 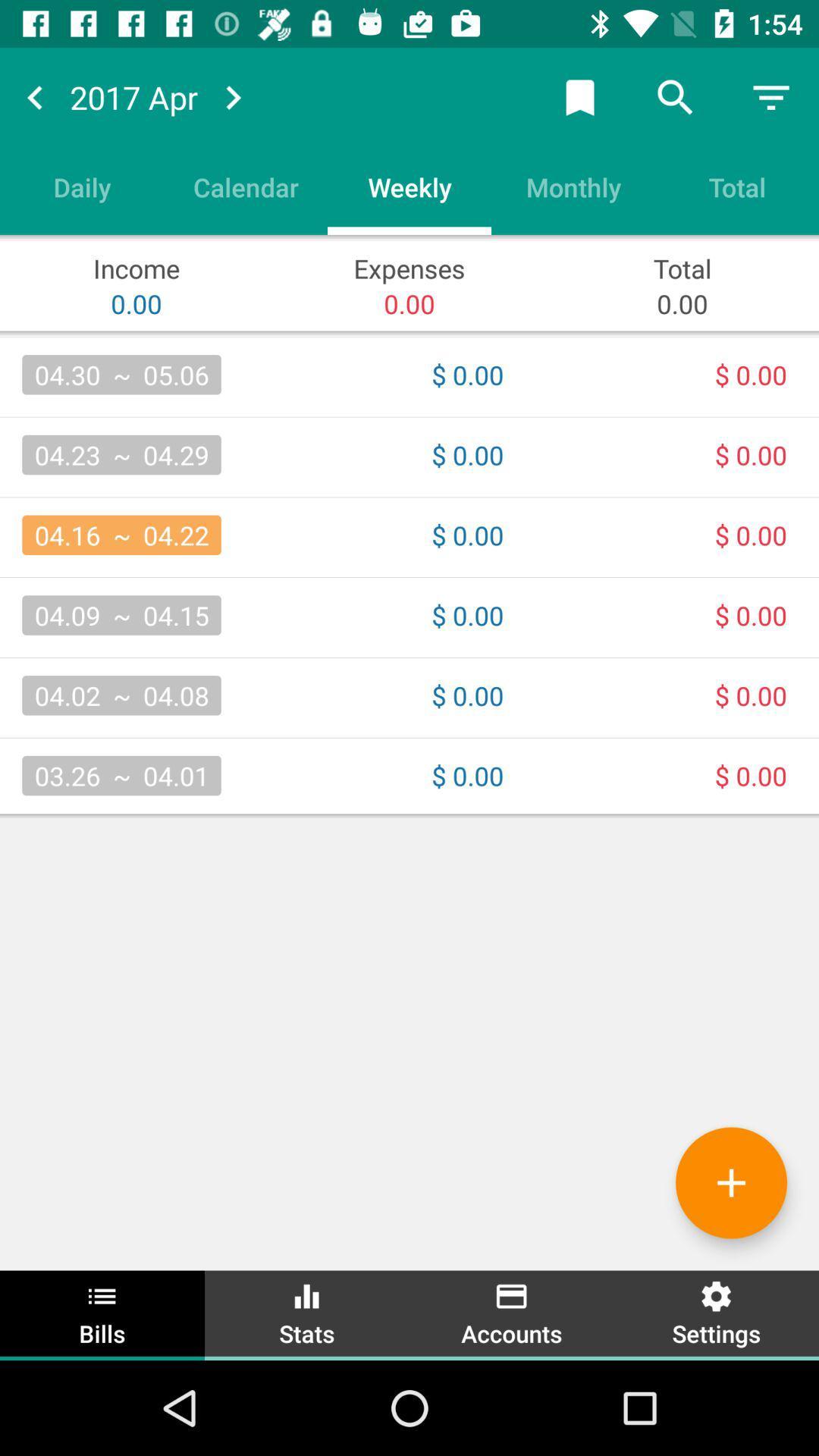 What do you see at coordinates (34, 96) in the screenshot?
I see `the arrow_backward icon` at bounding box center [34, 96].